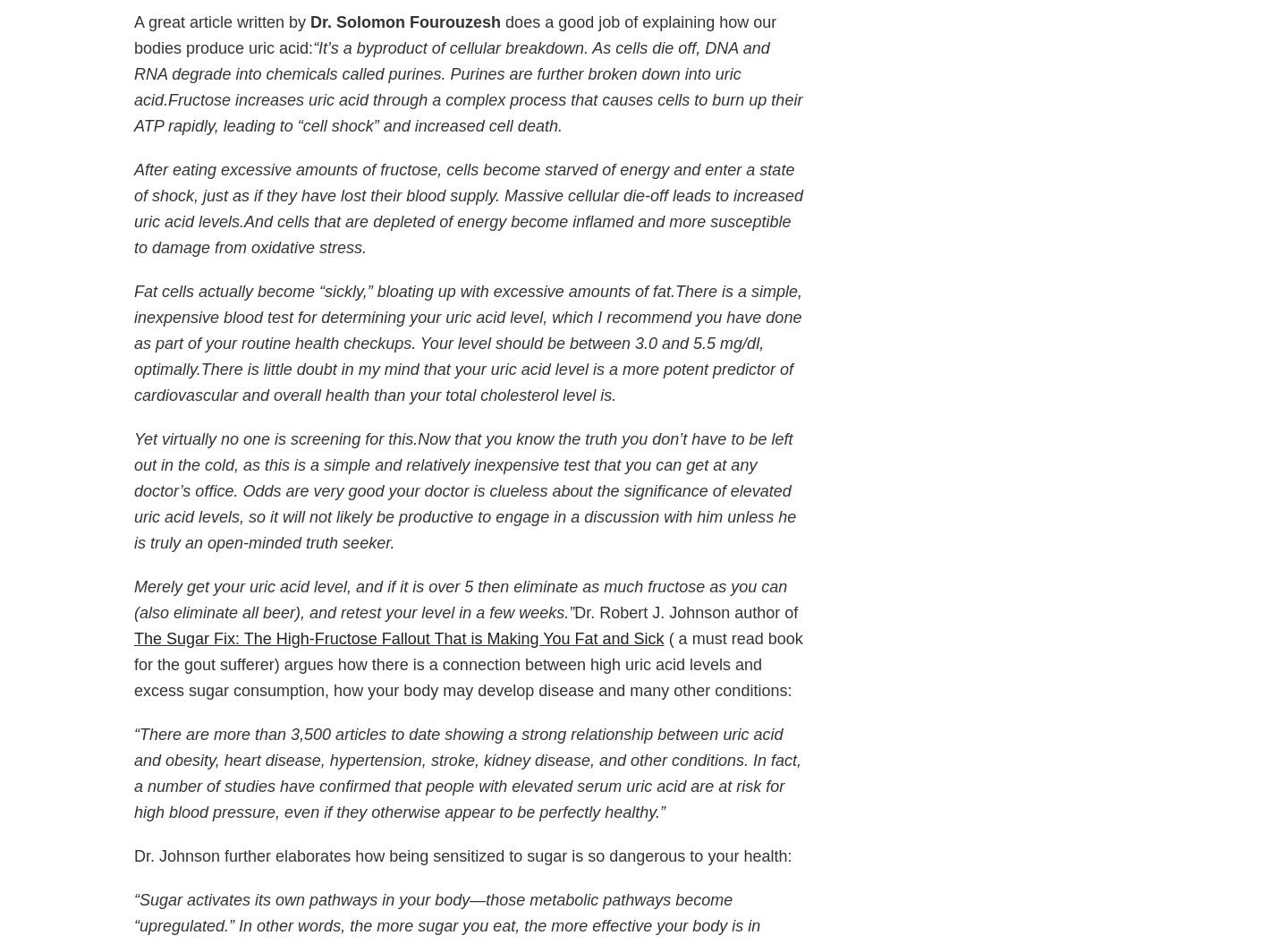 This screenshot has width=1288, height=944. What do you see at coordinates (451, 73) in the screenshot?
I see `'“It’s a byproduct of cellular breakdown. As cells die off, DNA and RNA degrade into chemicals called purines. Purines are further broken down into uric acid.'` at bounding box center [451, 73].